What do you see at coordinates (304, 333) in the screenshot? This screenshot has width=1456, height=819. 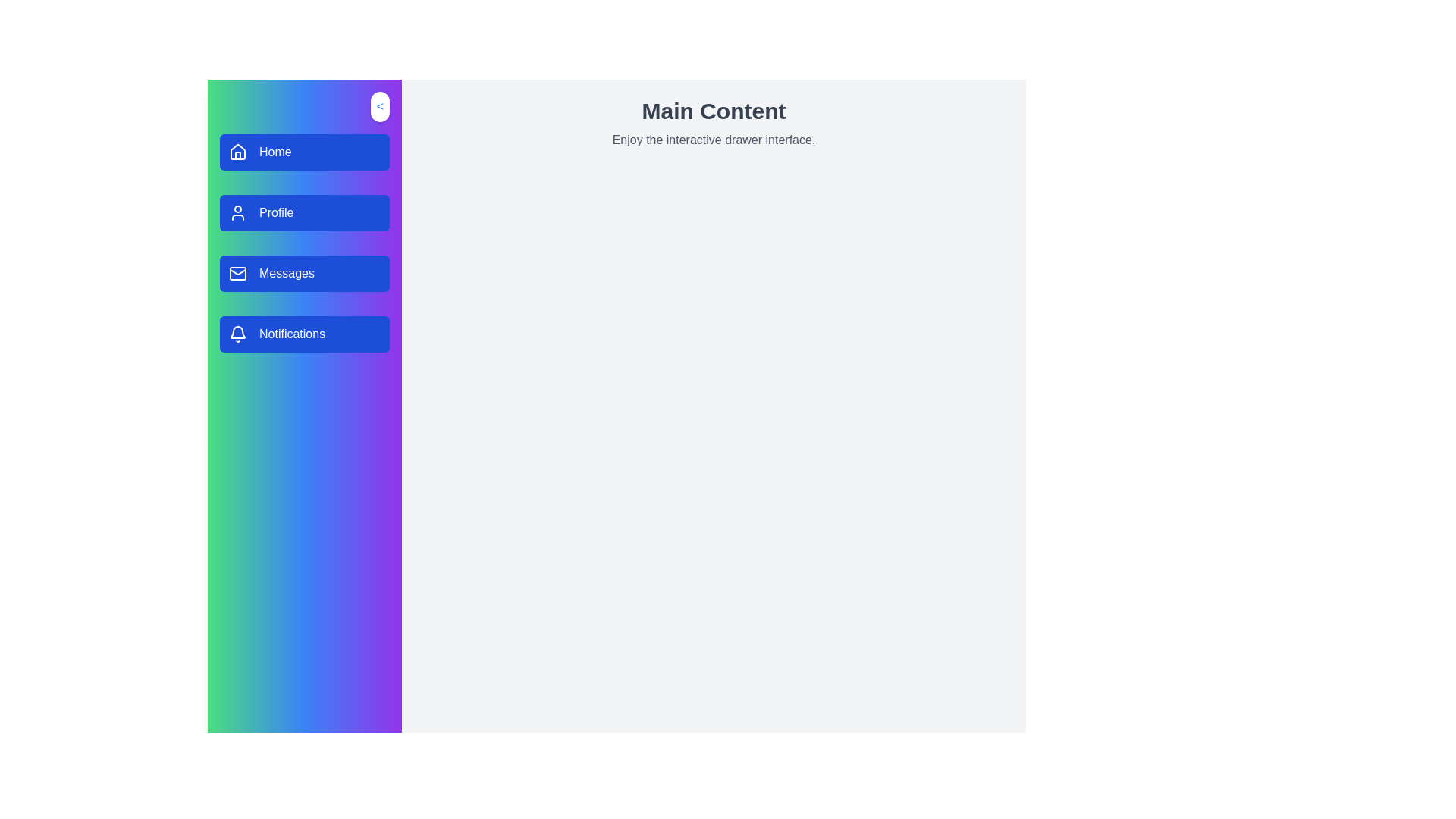 I see `the fourth navigation button in the left pane` at bounding box center [304, 333].